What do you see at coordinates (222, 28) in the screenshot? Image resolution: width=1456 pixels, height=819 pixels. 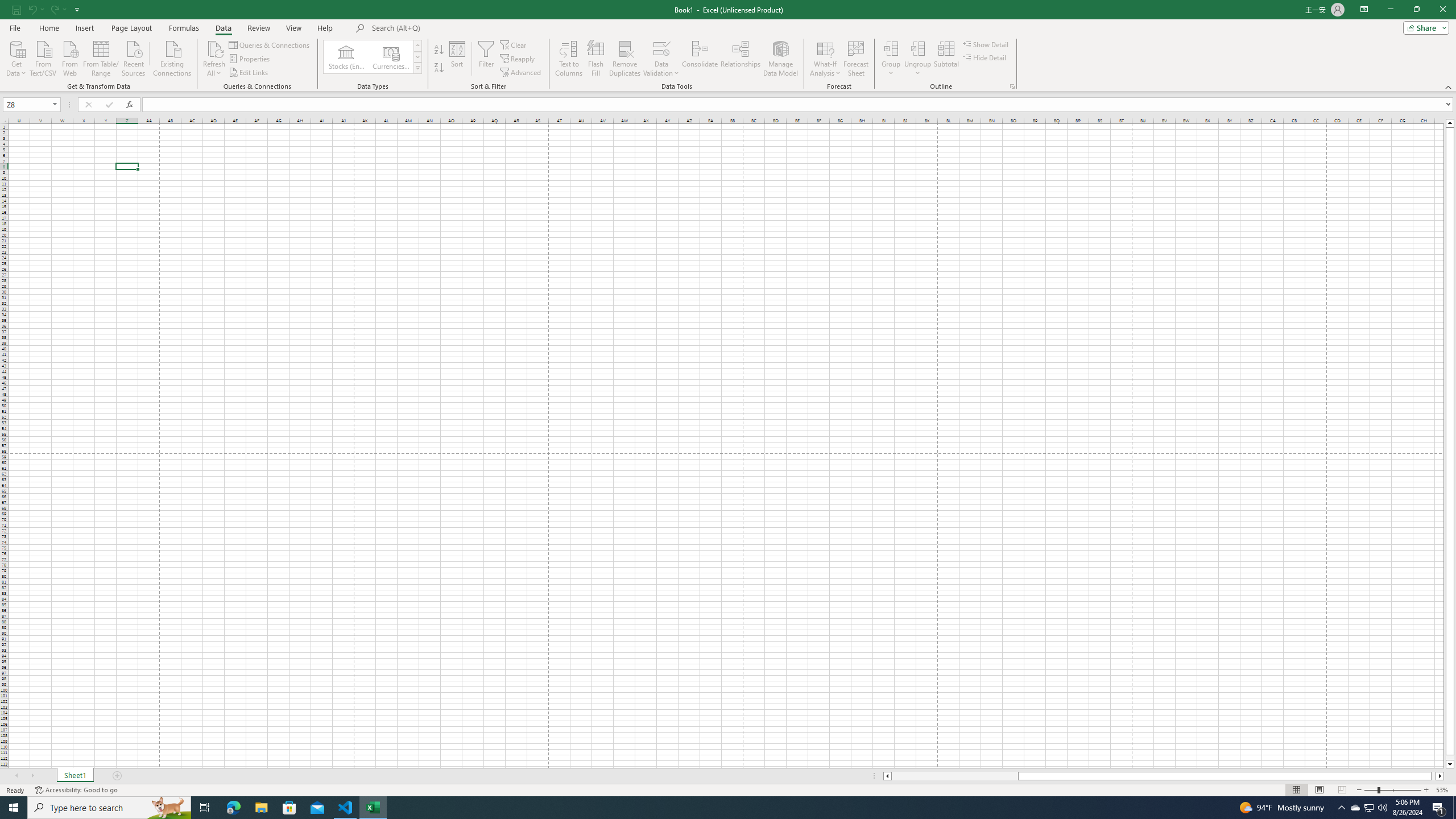 I see `'Data'` at bounding box center [222, 28].